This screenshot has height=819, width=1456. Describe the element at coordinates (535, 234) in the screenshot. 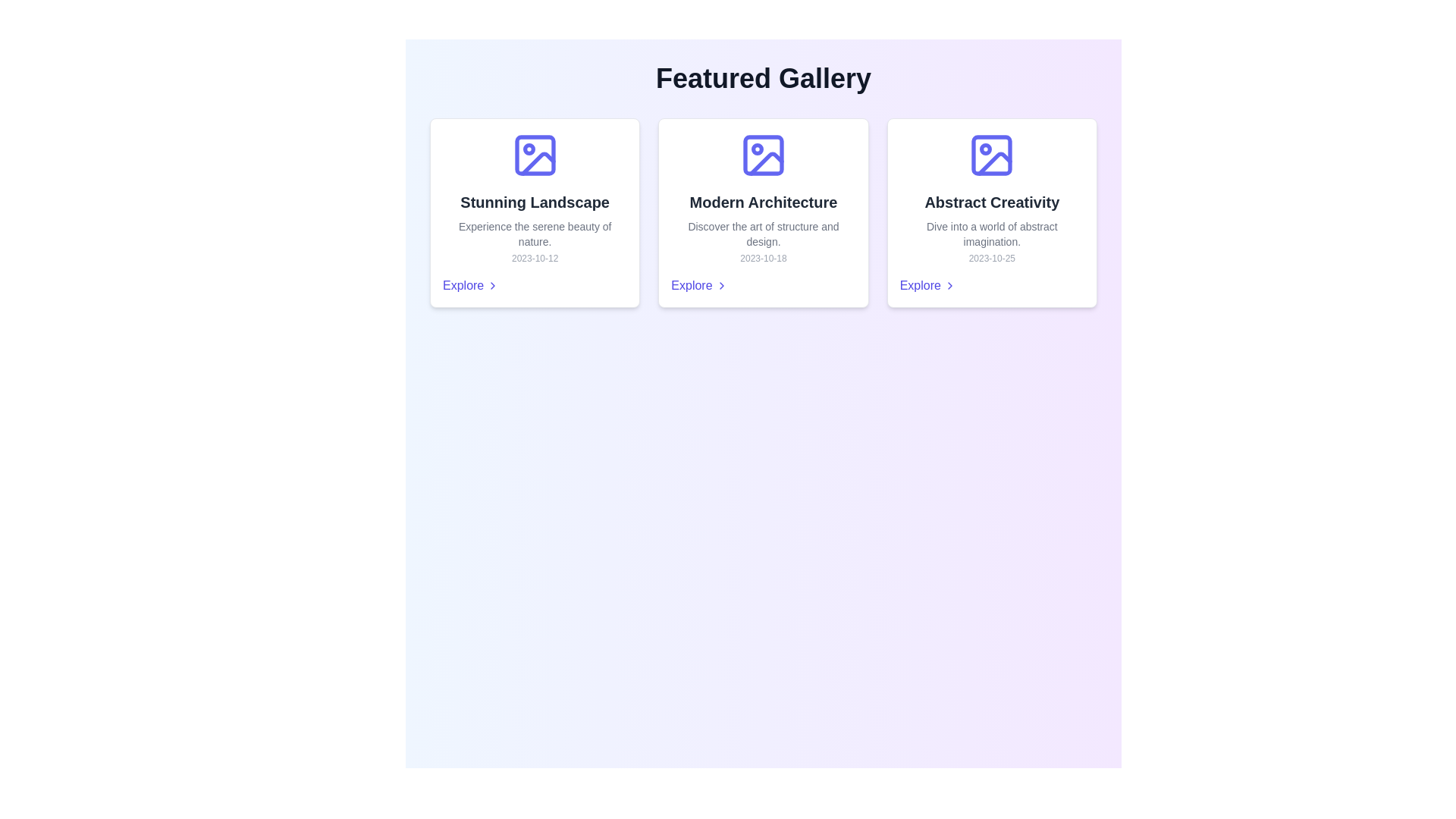

I see `the text label element styled in subdued gray color, located under the title 'Stunning Landscape' in the leftmost card` at that location.